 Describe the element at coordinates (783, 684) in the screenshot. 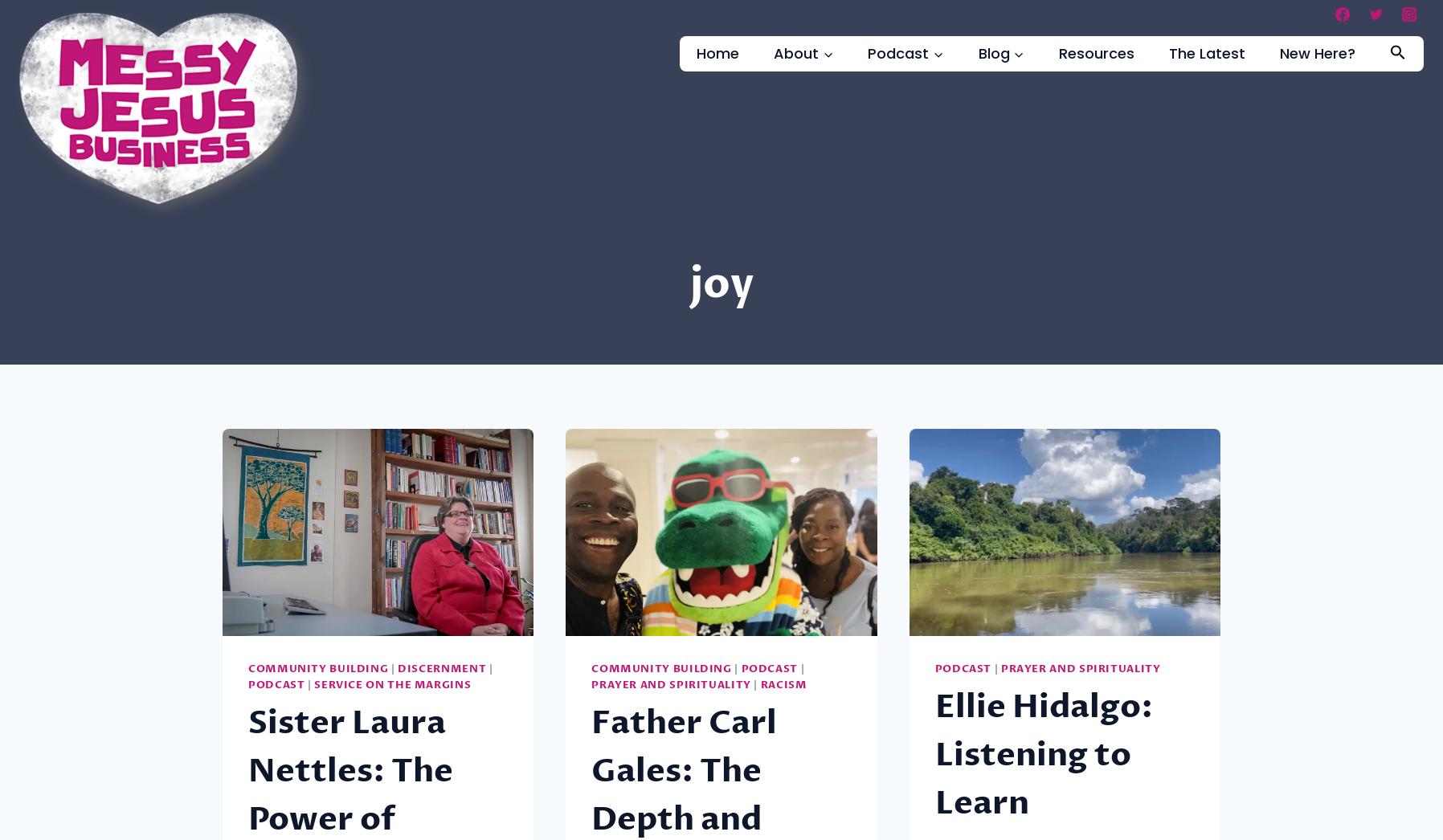

I see `'Racism'` at that location.